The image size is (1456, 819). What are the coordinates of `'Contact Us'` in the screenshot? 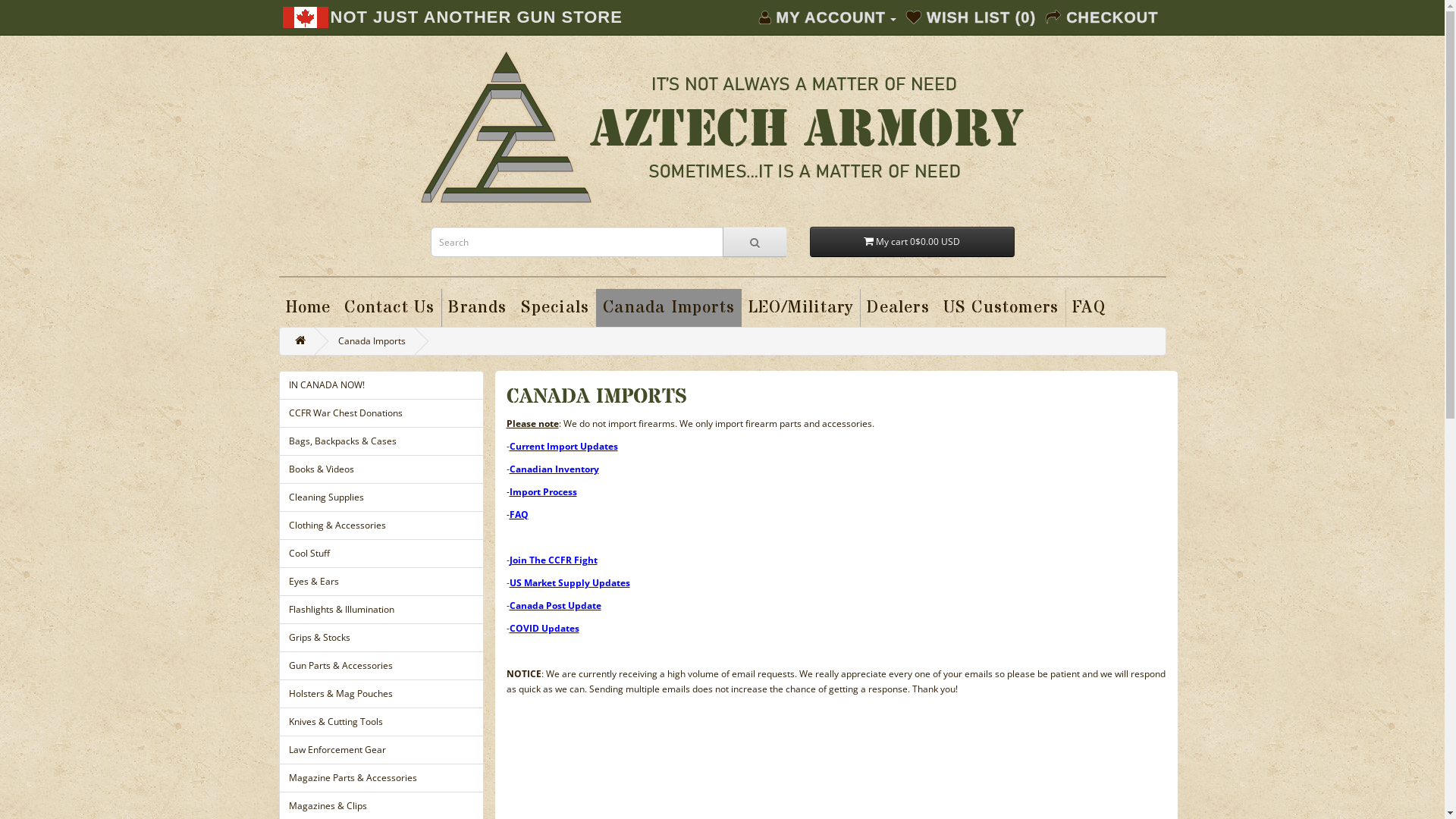 It's located at (389, 307).